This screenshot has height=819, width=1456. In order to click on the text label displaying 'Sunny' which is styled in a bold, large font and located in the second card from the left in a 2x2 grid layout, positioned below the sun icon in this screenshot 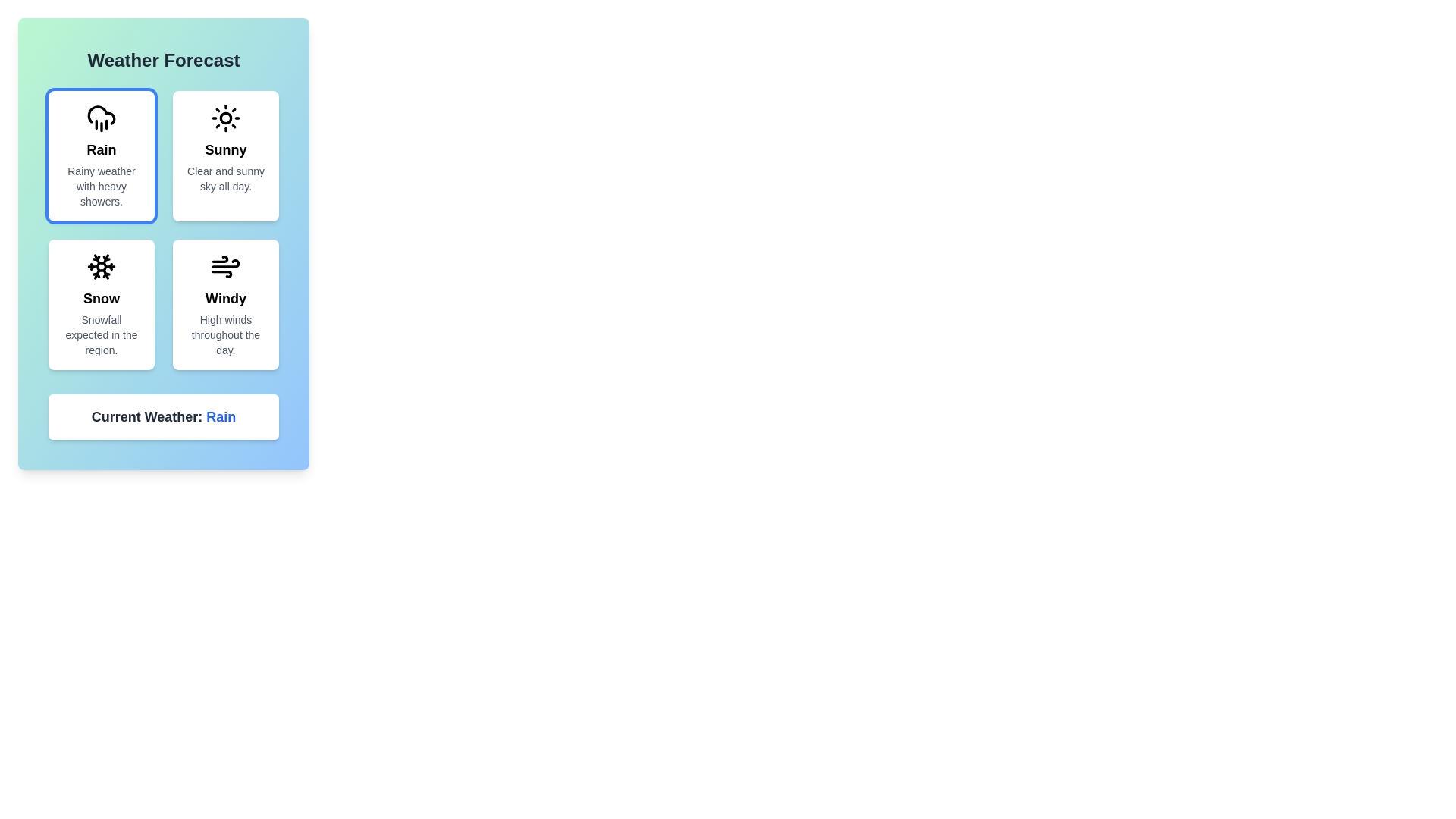, I will do `click(224, 149)`.